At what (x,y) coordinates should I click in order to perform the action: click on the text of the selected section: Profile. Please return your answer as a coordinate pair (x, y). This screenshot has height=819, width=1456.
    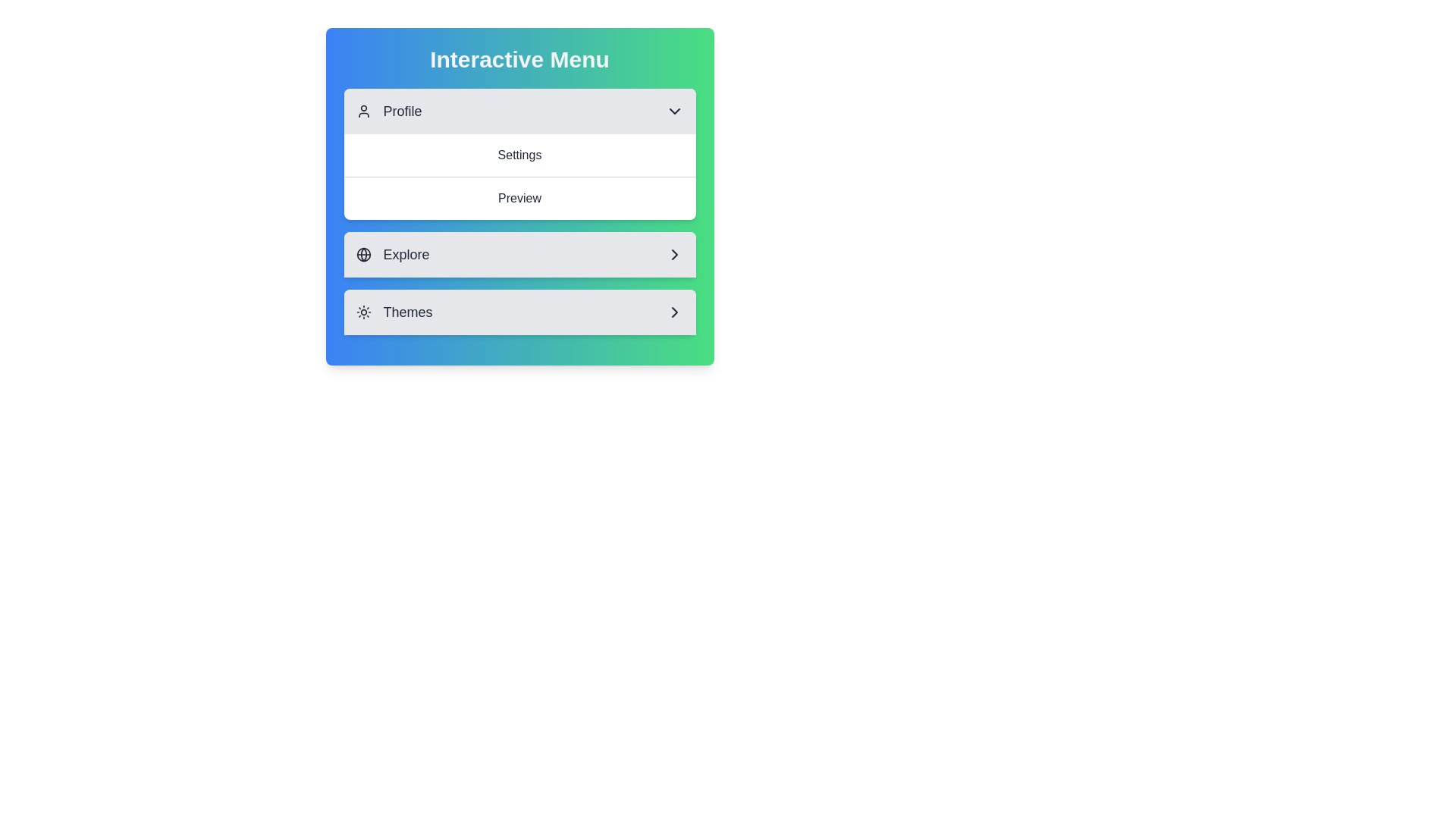
    Looking at the image, I should click on (519, 110).